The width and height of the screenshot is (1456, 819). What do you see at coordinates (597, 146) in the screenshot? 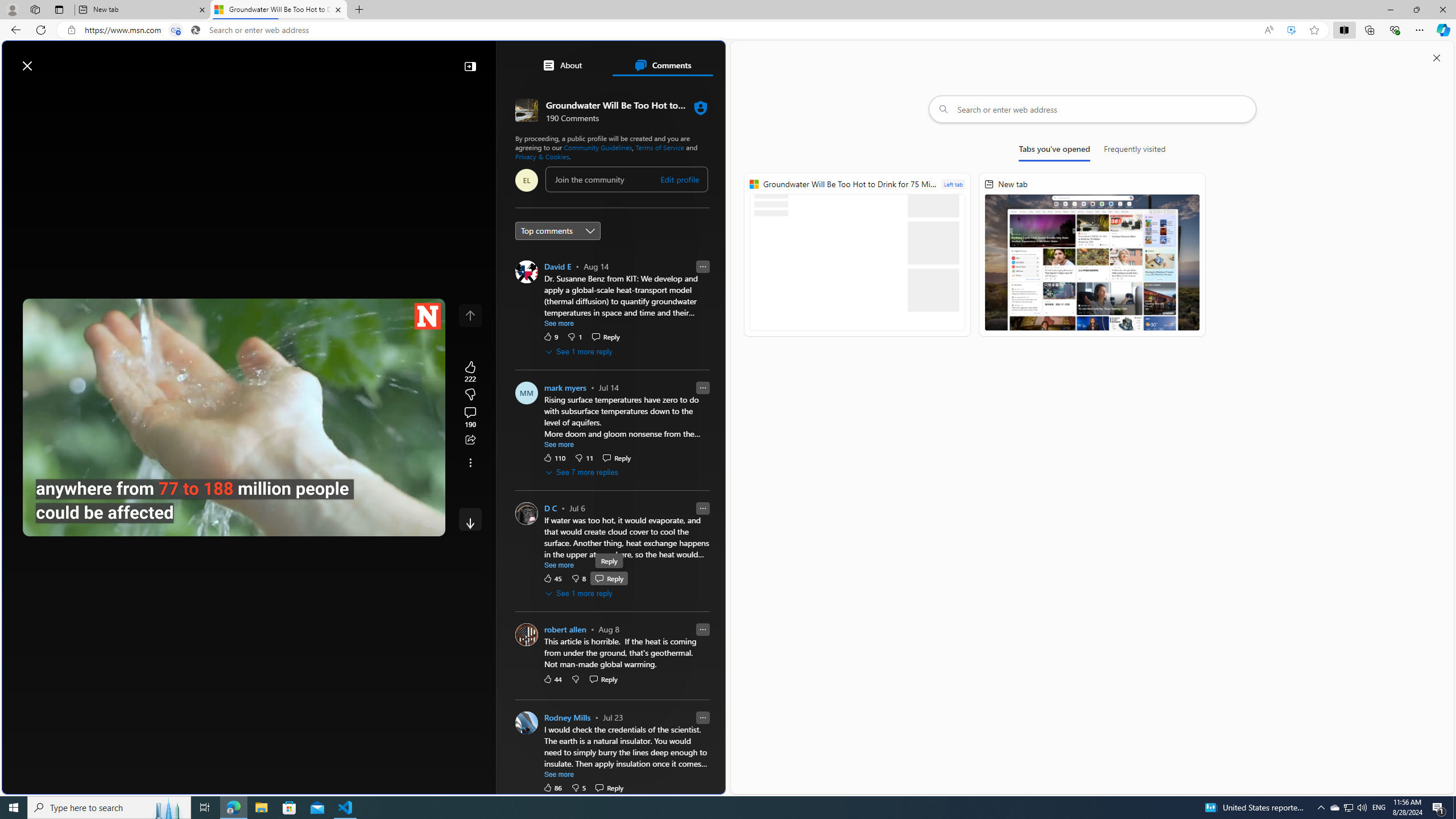
I see `'Community Guidelines'` at bounding box center [597, 146].